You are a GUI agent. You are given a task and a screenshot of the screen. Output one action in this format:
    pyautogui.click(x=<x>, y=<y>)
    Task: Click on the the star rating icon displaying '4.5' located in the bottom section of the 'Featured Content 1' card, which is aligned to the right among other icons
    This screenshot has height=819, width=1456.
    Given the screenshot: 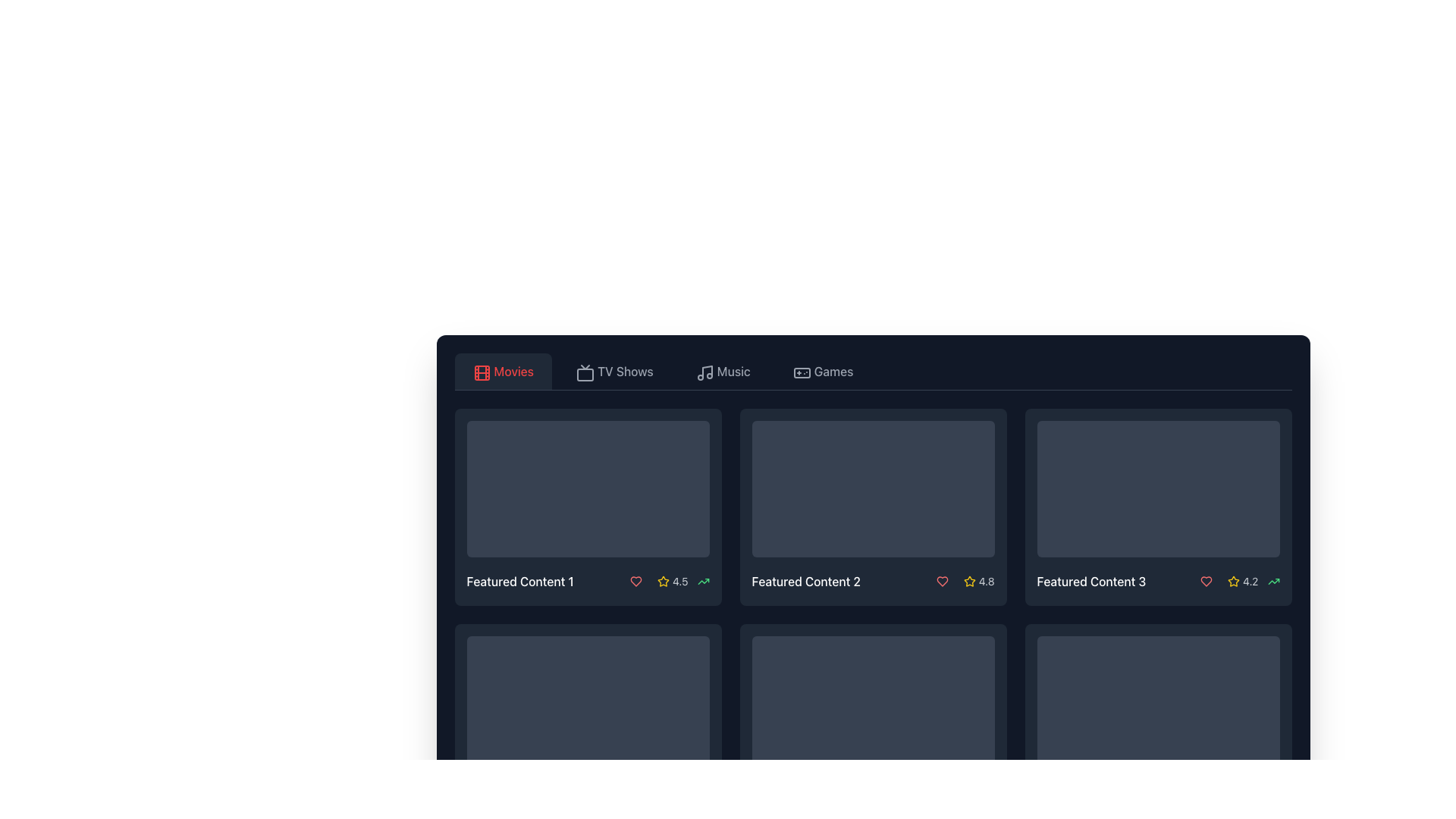 What is the action you would take?
    pyautogui.click(x=672, y=581)
    